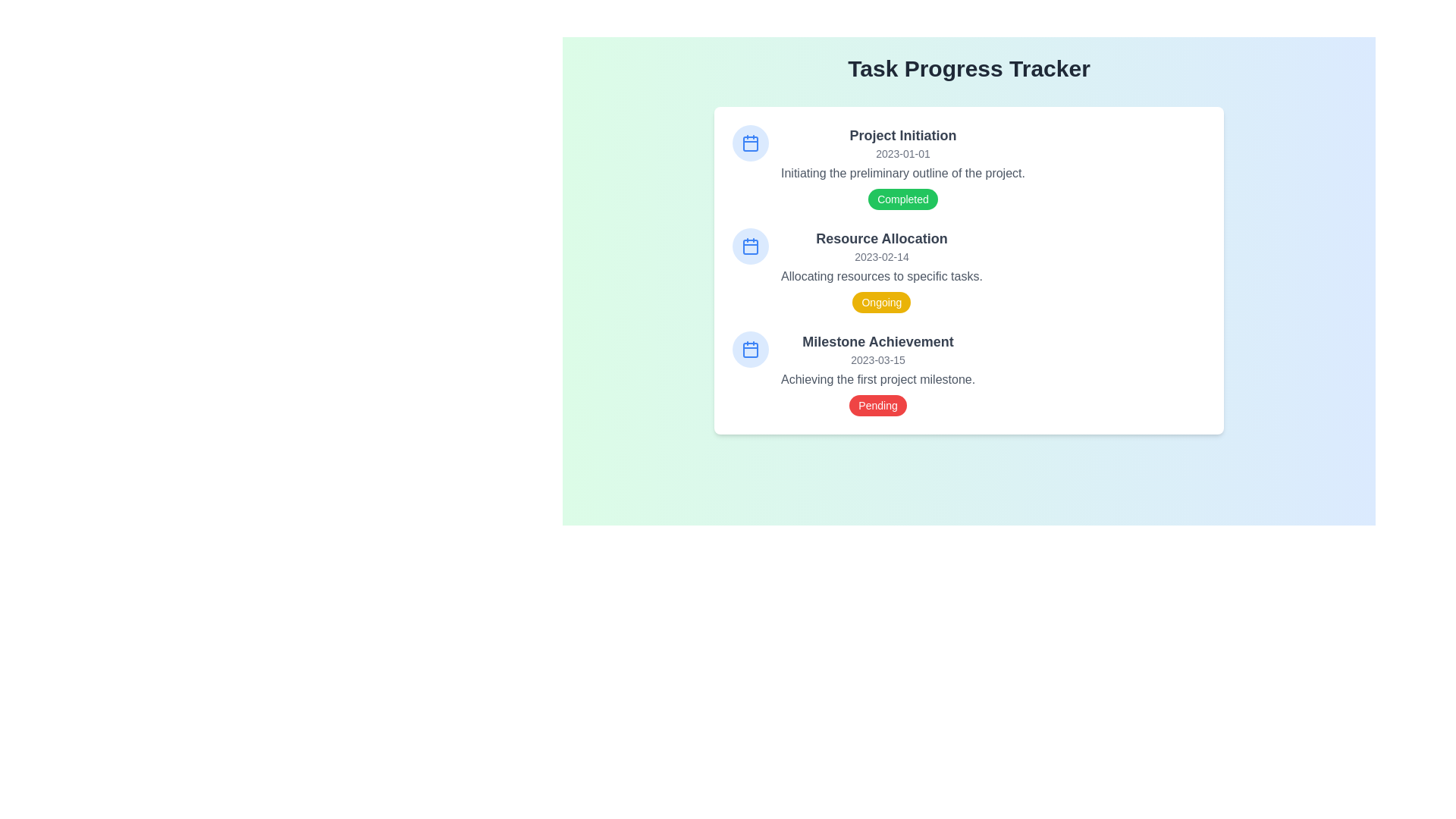 The height and width of the screenshot is (819, 1456). What do you see at coordinates (968, 270) in the screenshot?
I see `the Task Entry Display, which is the second task entry in the list, summarizing a specific task's details and status` at bounding box center [968, 270].